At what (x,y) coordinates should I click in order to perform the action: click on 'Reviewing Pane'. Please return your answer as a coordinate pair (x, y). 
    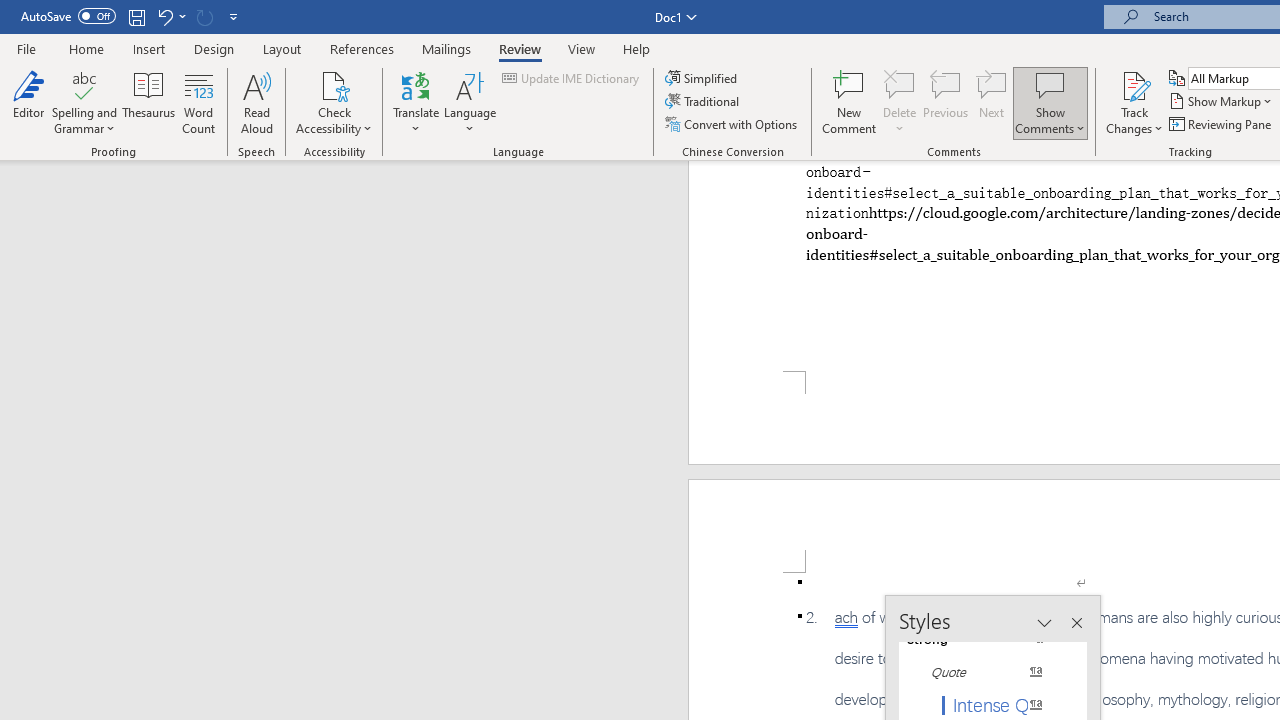
    Looking at the image, I should click on (1220, 124).